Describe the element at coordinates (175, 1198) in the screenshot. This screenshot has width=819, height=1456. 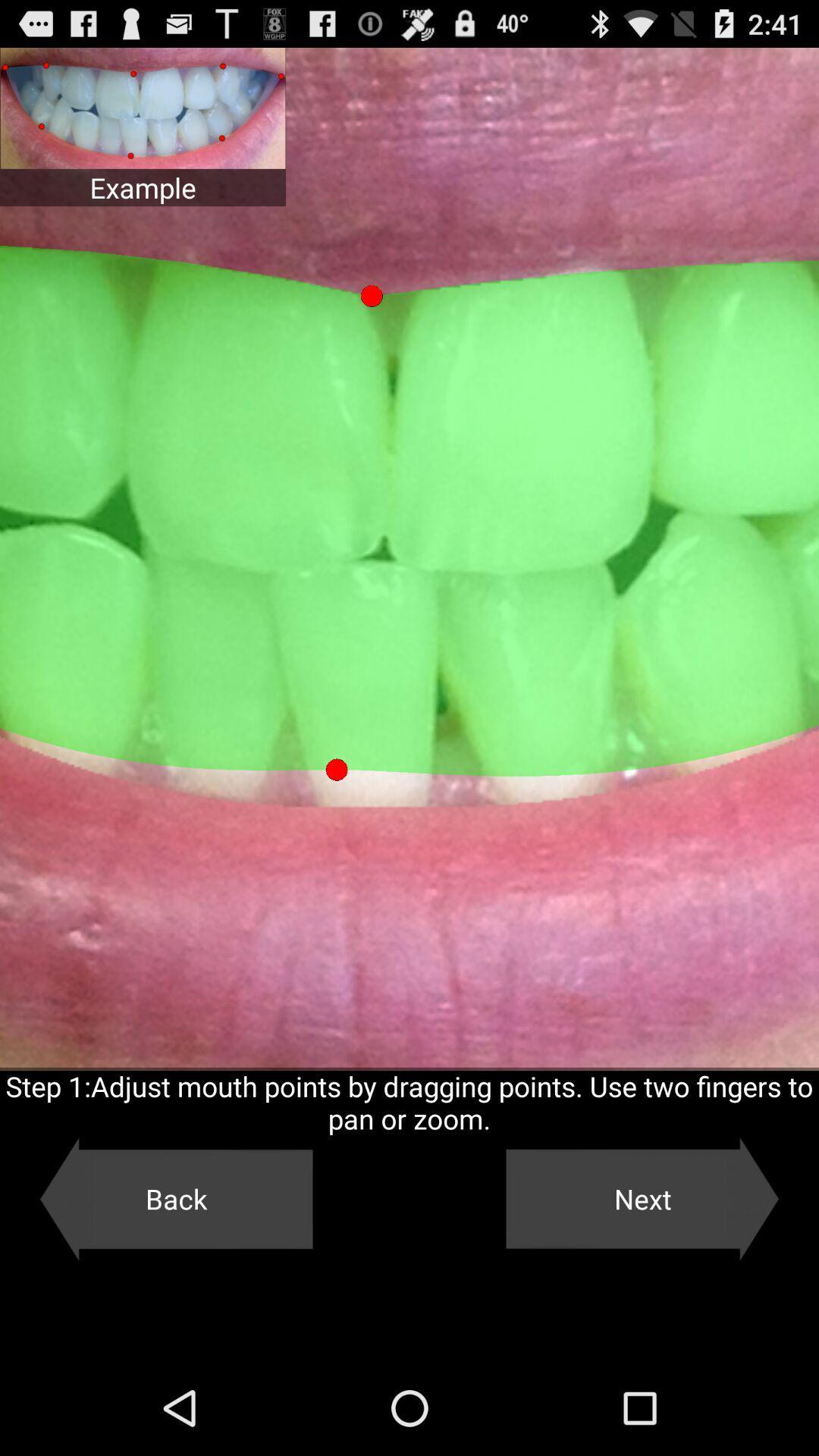
I see `the back` at that location.